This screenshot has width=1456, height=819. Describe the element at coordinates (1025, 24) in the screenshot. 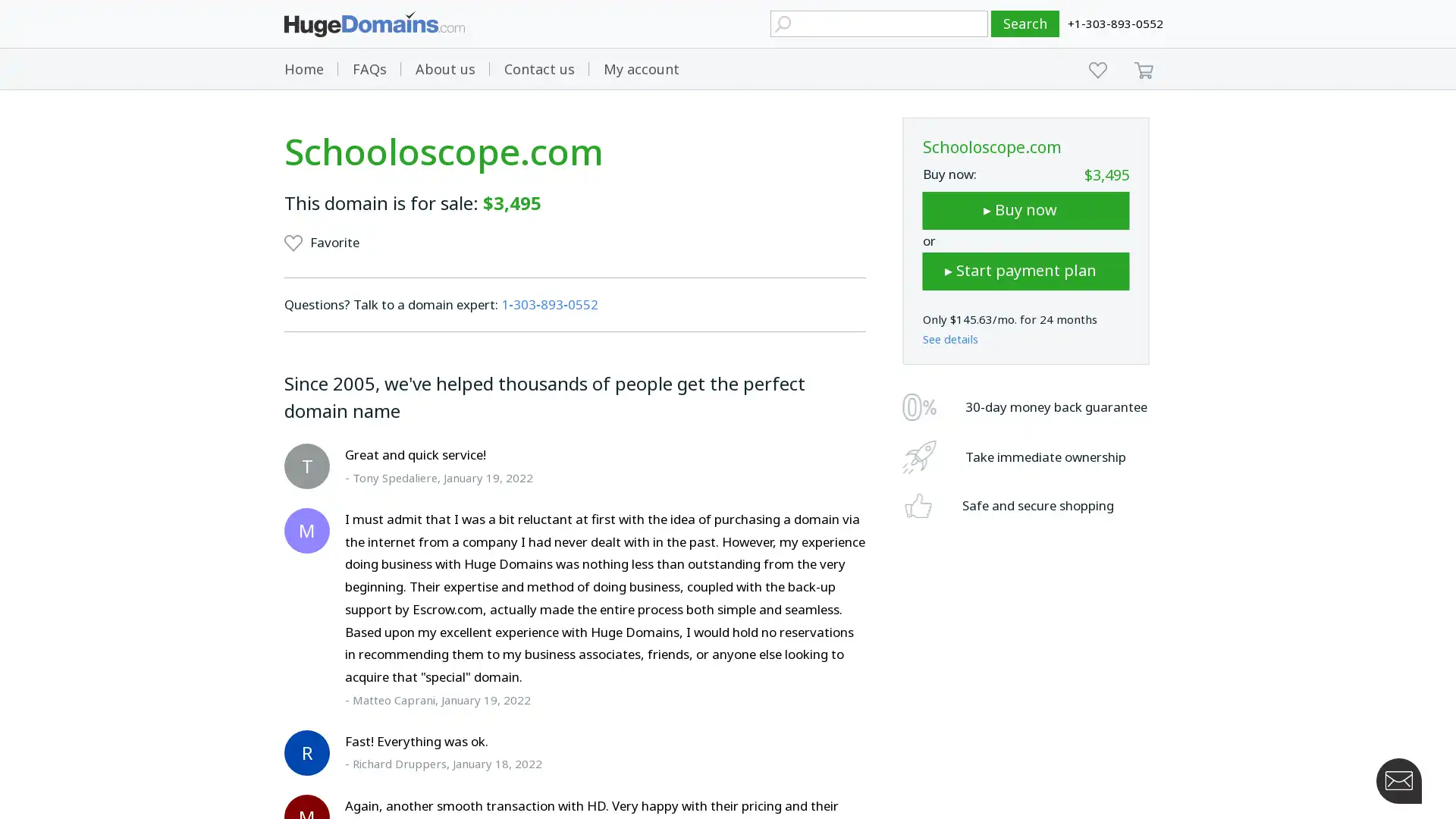

I see `Search` at that location.